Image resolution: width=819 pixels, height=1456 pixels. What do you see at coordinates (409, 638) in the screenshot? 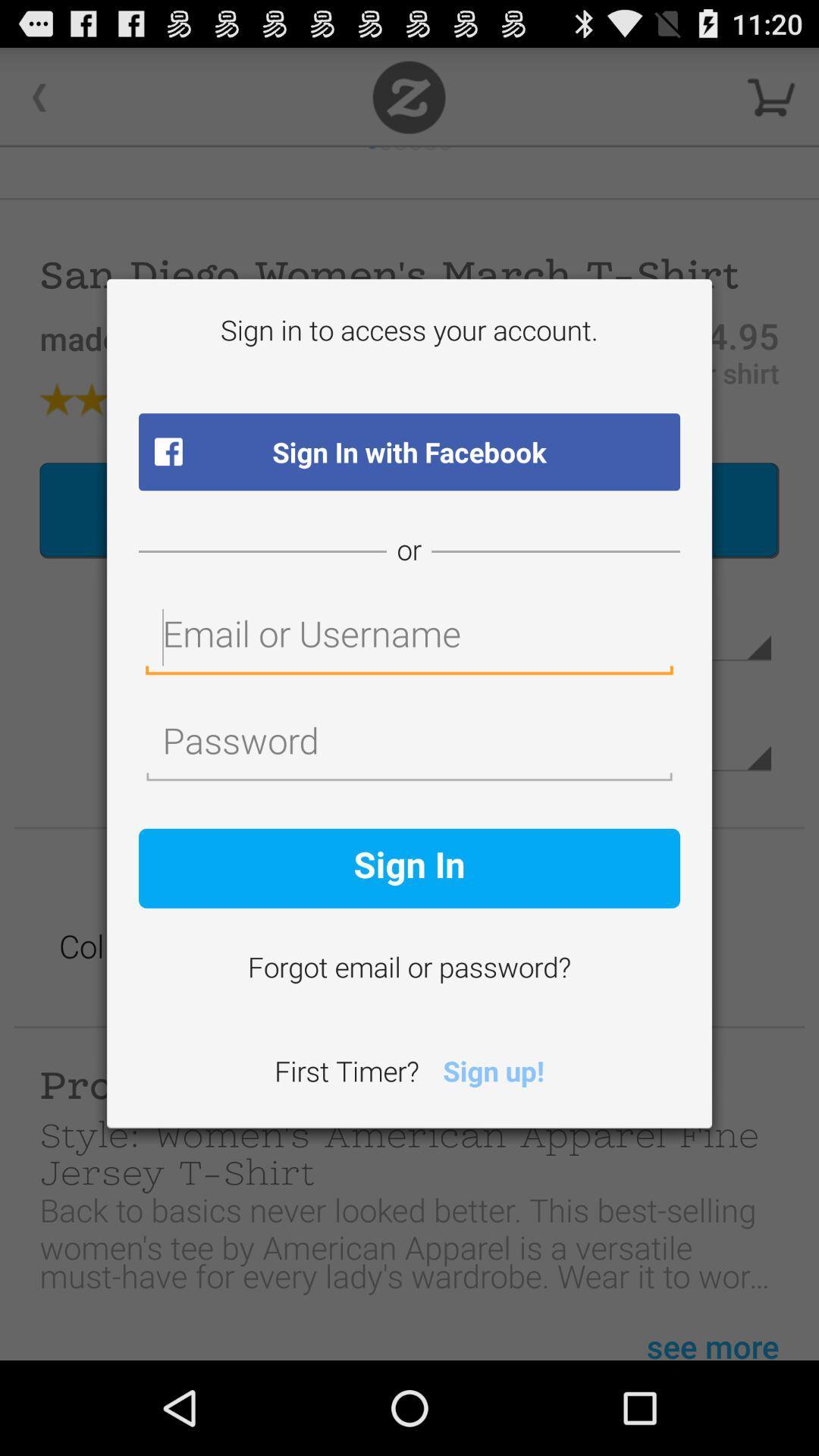
I see `area to enter your email or username` at bounding box center [409, 638].